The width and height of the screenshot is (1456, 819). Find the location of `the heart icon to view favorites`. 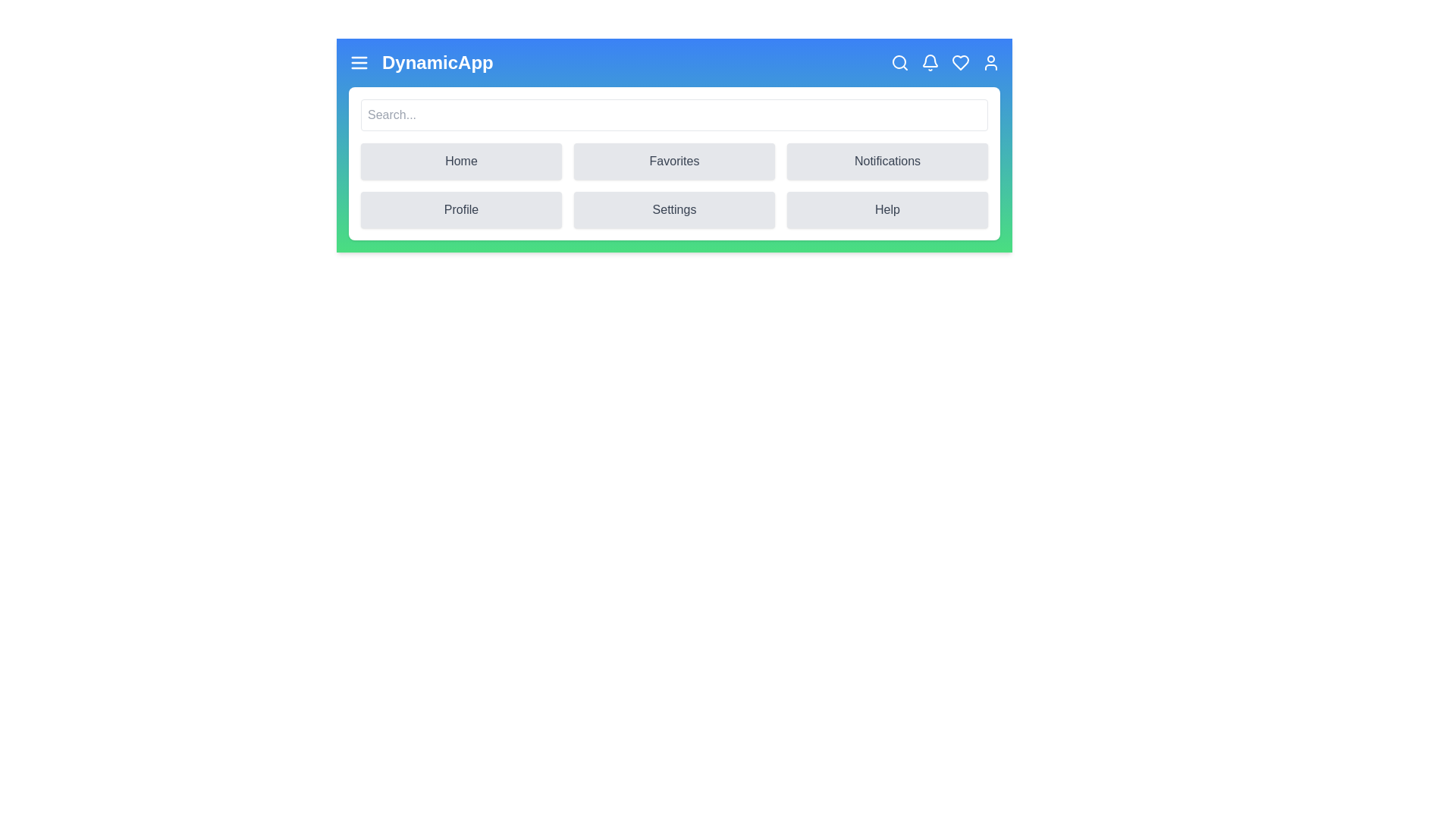

the heart icon to view favorites is located at coordinates (960, 62).